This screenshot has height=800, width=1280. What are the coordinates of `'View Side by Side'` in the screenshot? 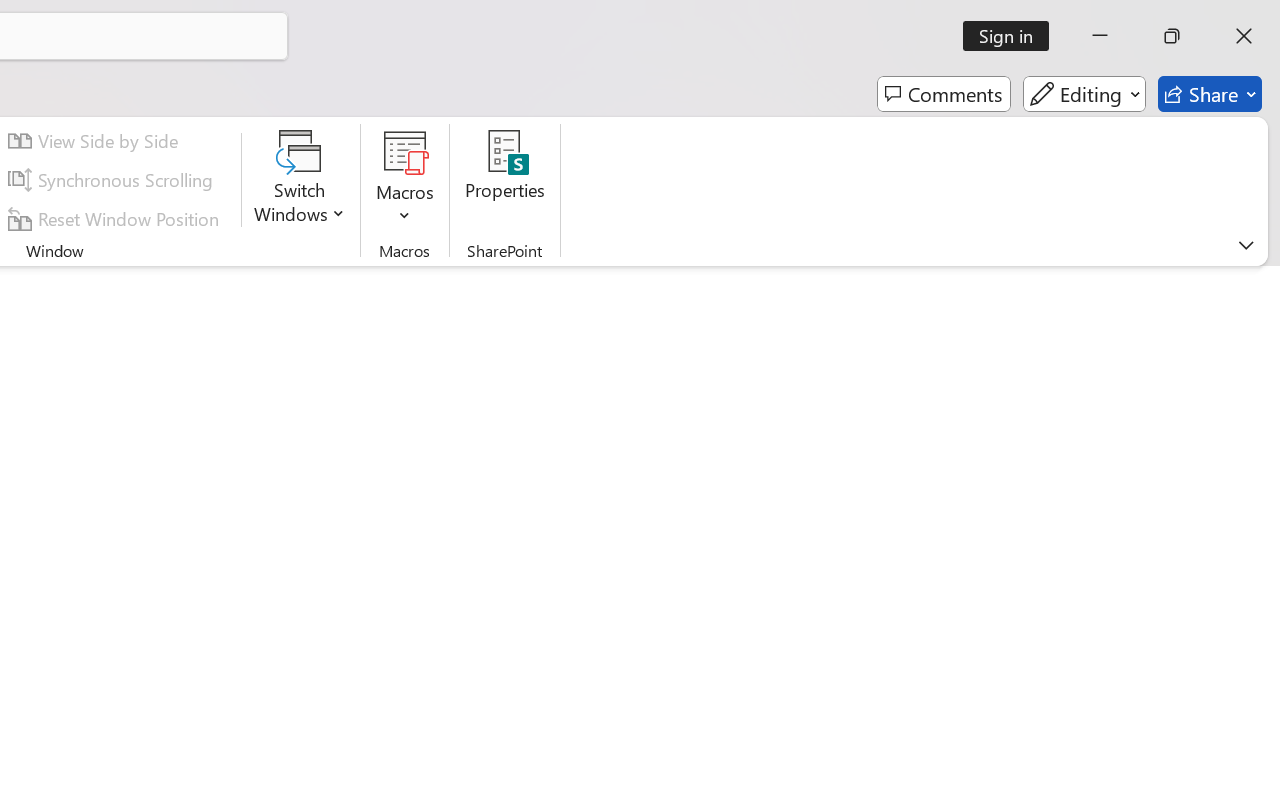 It's located at (95, 141).